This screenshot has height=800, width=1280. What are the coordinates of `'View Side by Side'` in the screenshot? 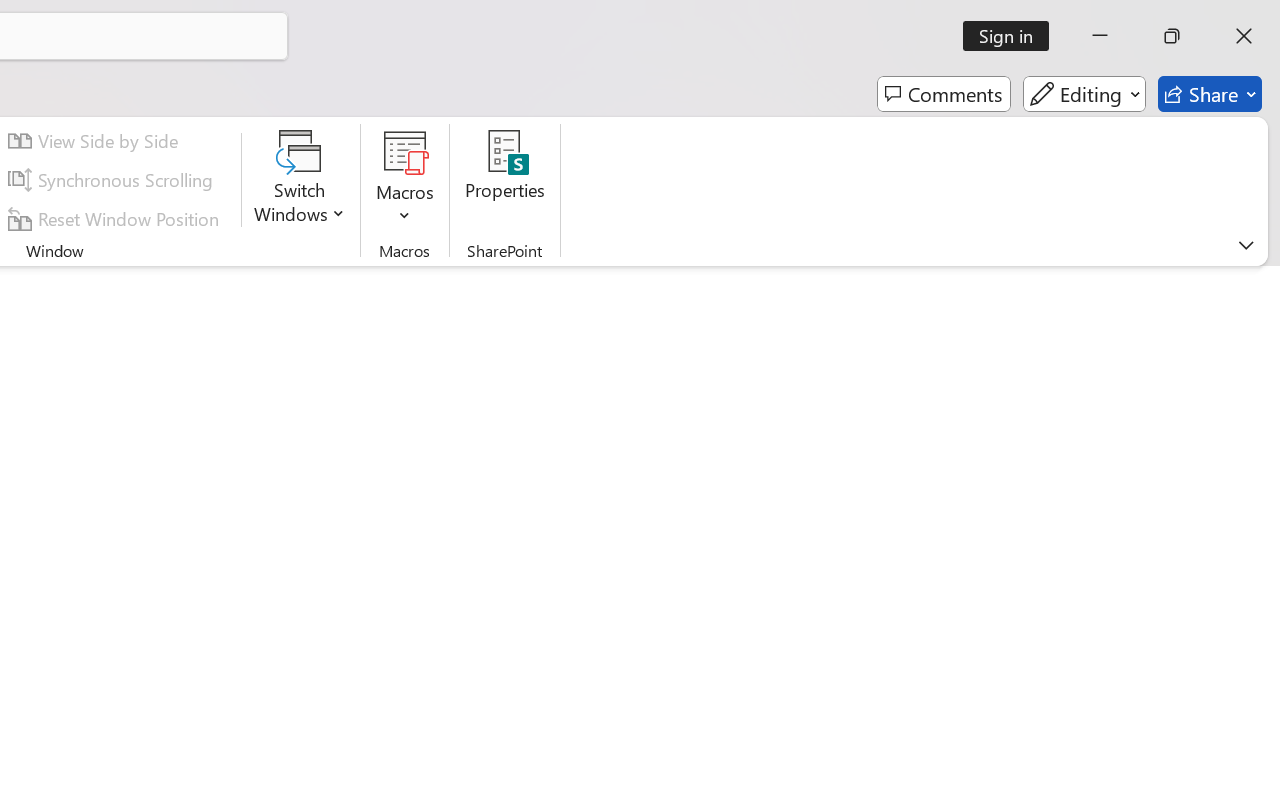 It's located at (95, 141).